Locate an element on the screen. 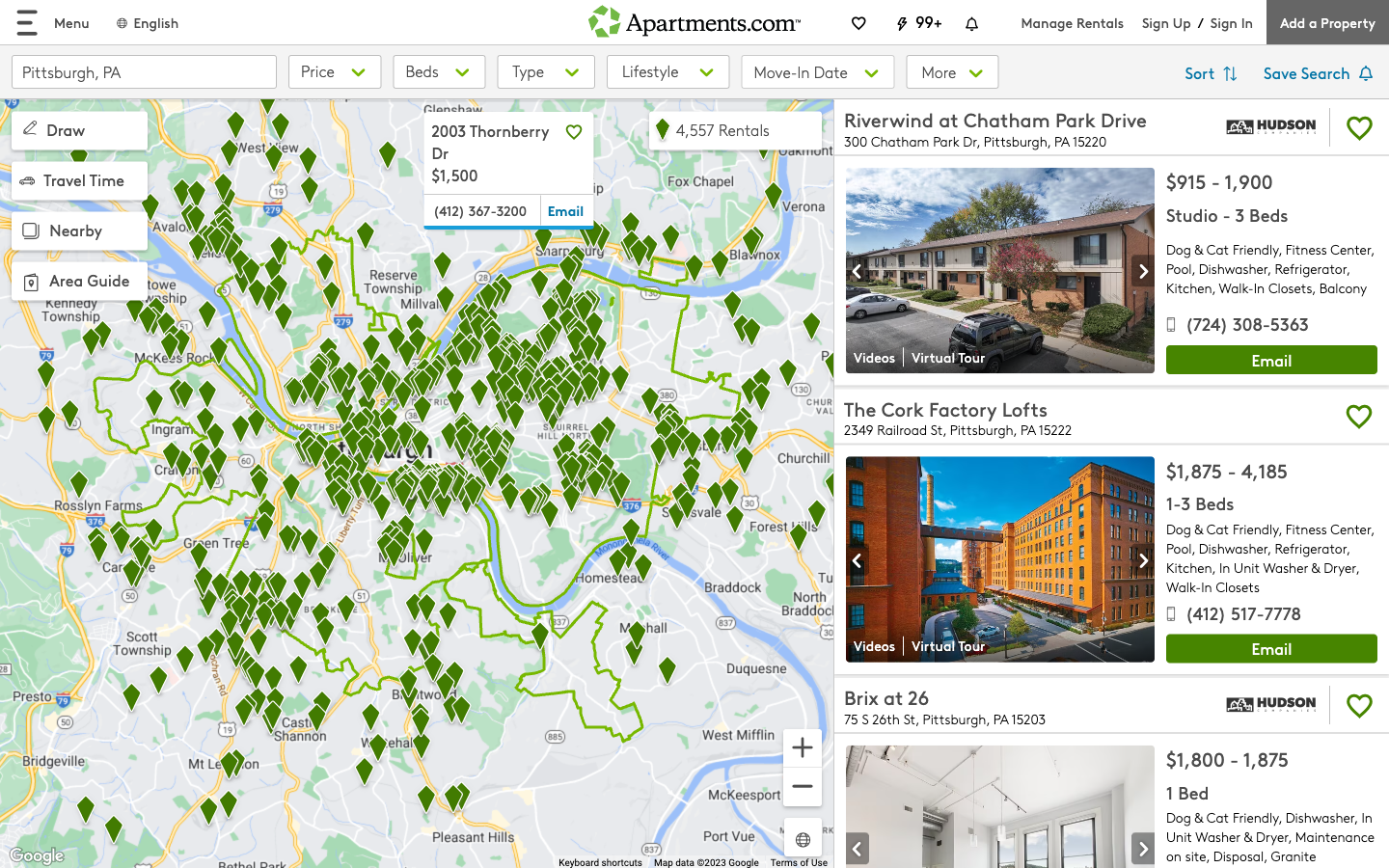 This screenshot has width=1389, height=868. change language is located at coordinates (146, 21).